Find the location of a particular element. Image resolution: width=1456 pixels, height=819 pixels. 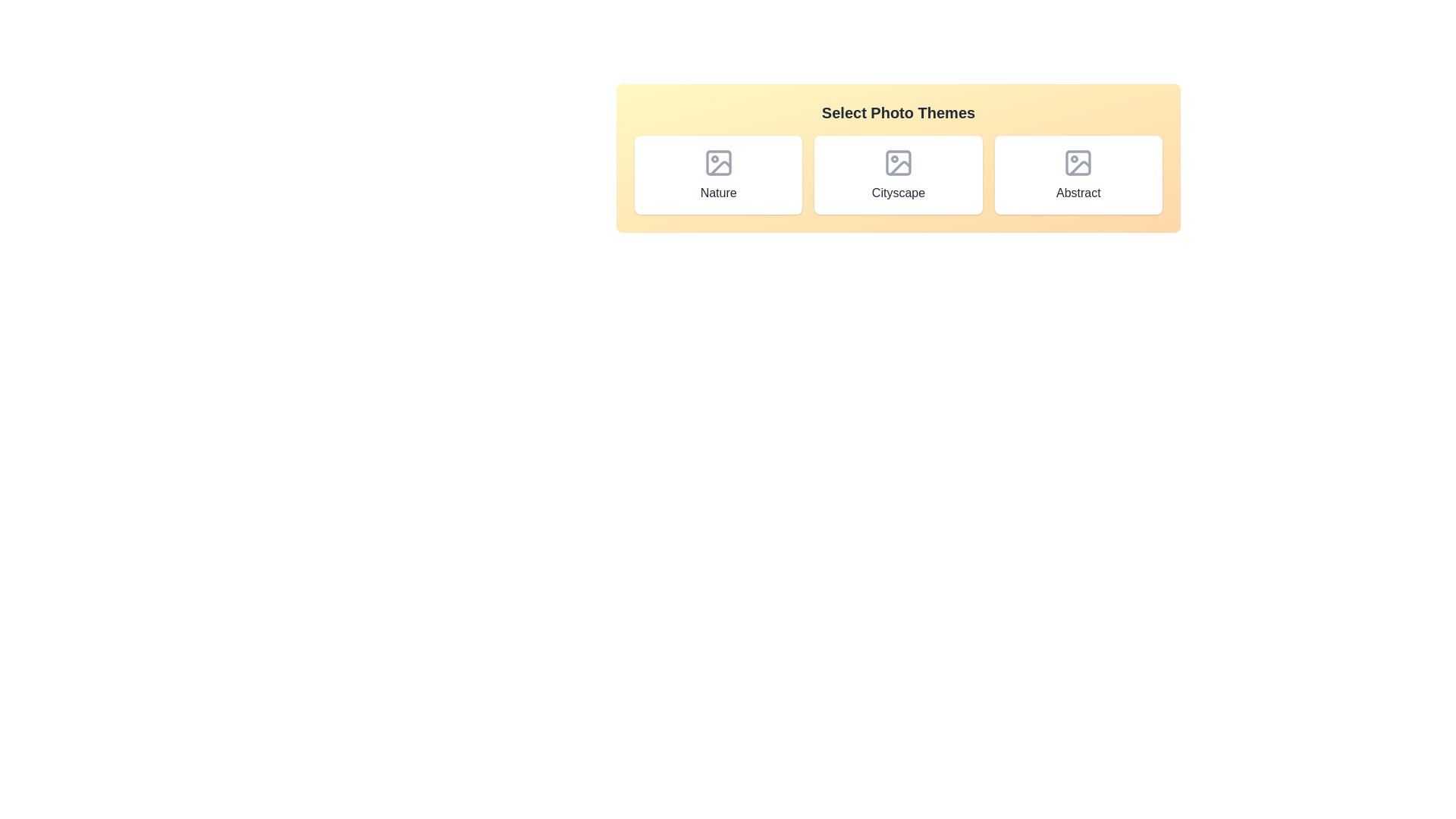

the chip labeled Cityscape is located at coordinates (899, 174).